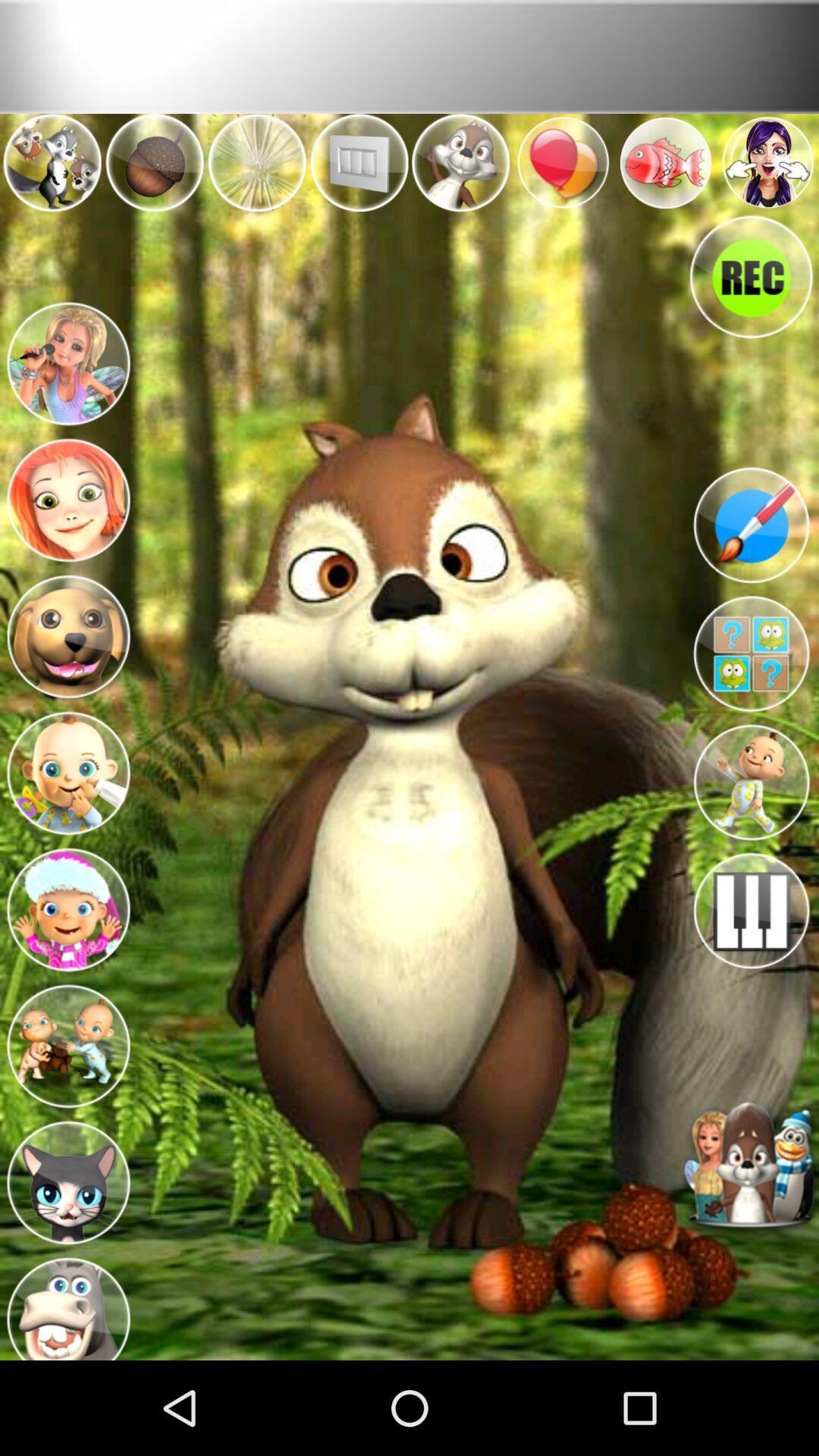 The width and height of the screenshot is (819, 1456). I want to click on change avatar, so click(67, 360).